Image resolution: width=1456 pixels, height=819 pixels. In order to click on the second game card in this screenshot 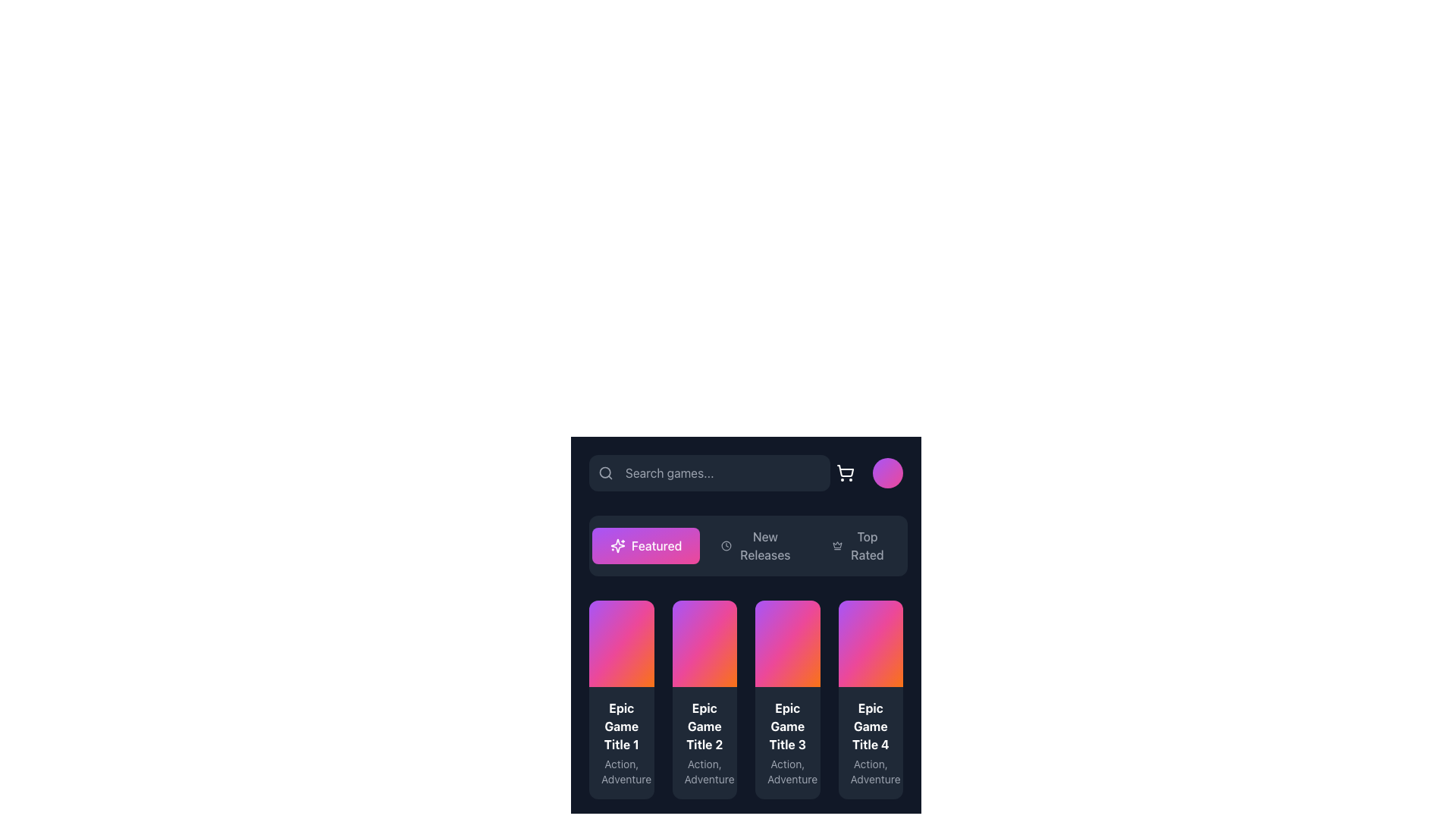, I will do `click(704, 699)`.